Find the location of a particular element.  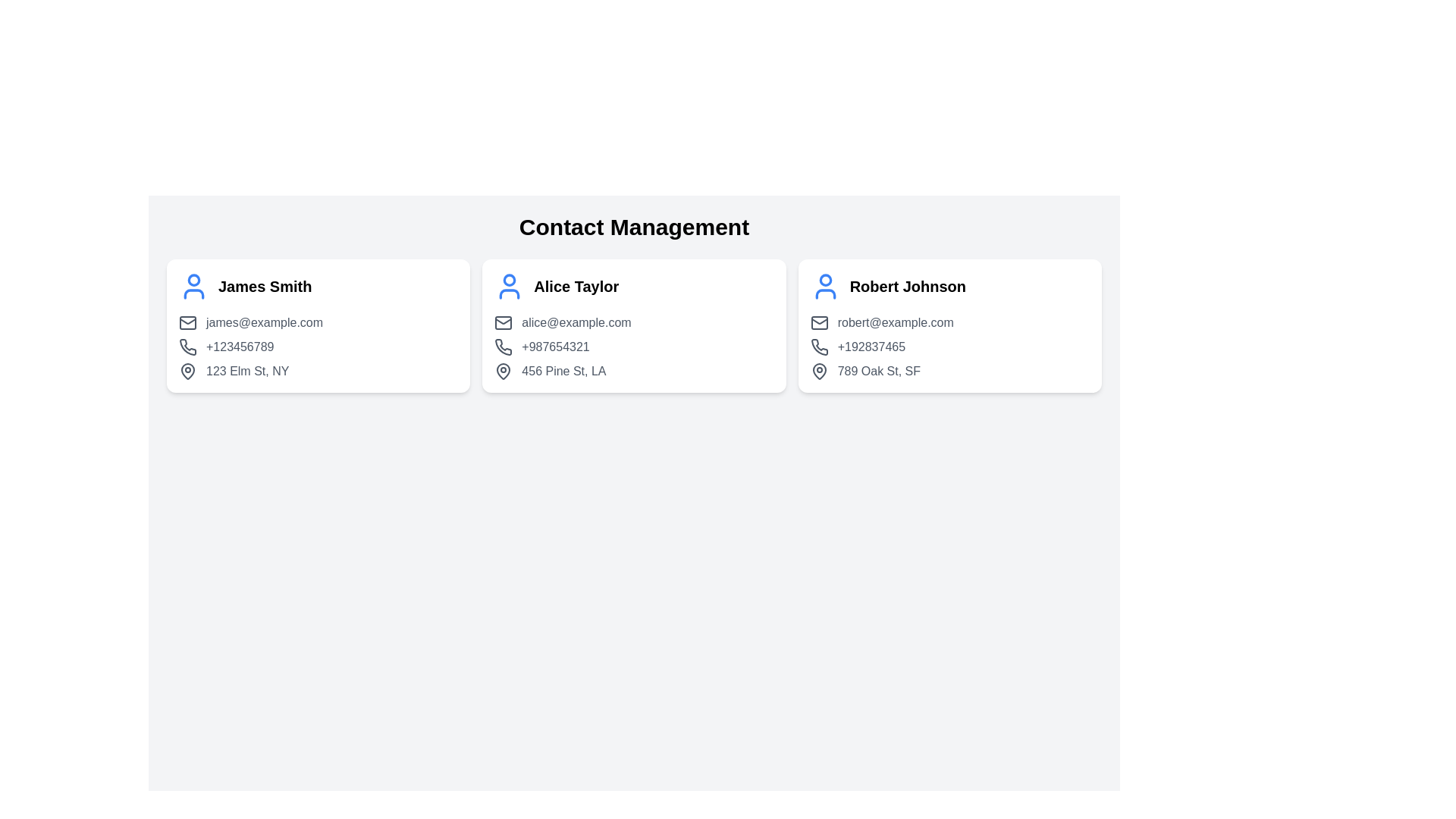

the phone icon located under the 'James Smith' contact section, which features a minimalistic SVG design with rounded edges is located at coordinates (187, 347).